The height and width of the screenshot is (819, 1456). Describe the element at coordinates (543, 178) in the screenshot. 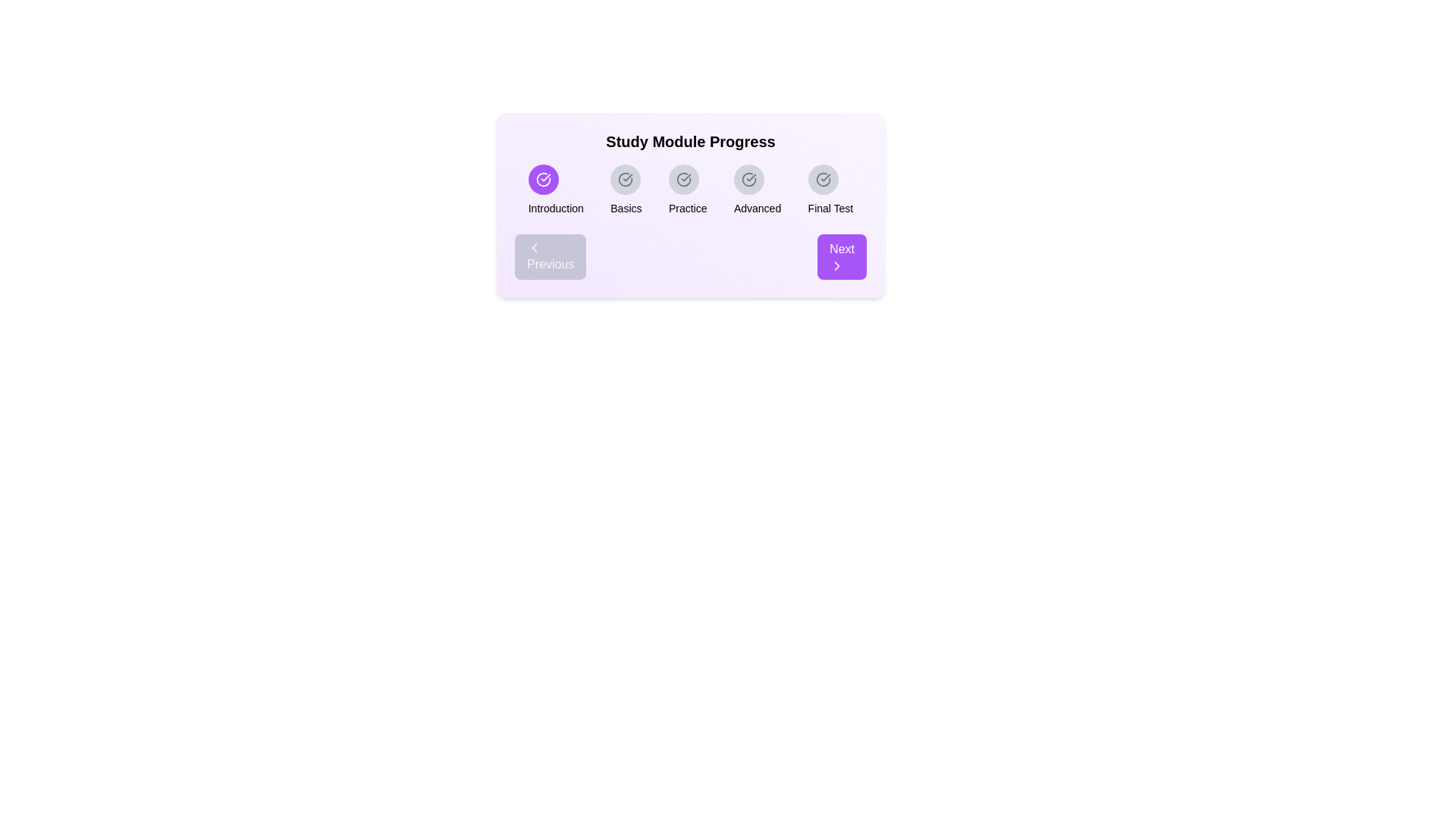

I see `the circular progress icon located in the leftmost circle of the progress visualization under the title 'Study Module Progress.'` at that location.